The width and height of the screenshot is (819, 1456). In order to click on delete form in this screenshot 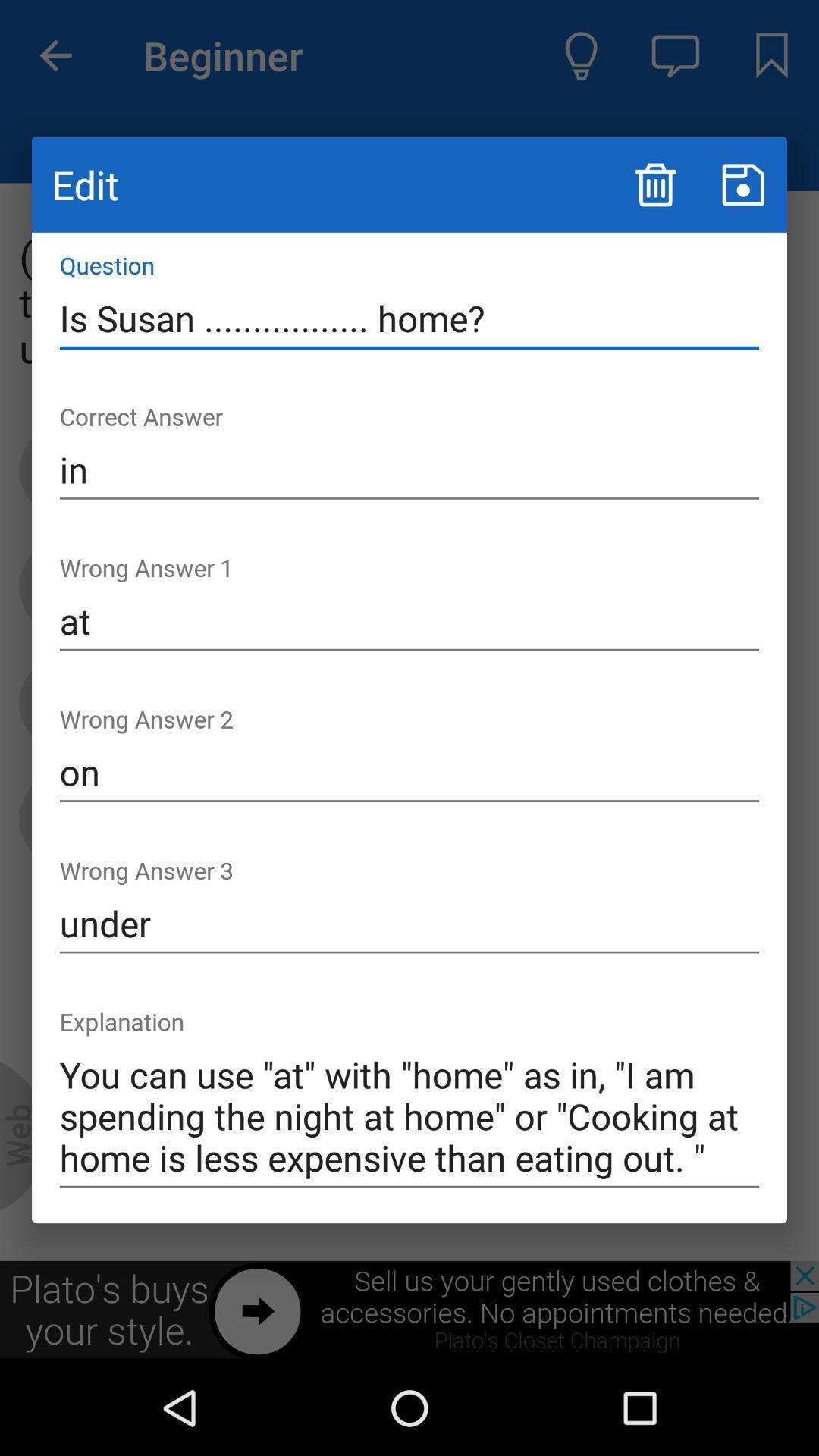, I will do `click(654, 184)`.